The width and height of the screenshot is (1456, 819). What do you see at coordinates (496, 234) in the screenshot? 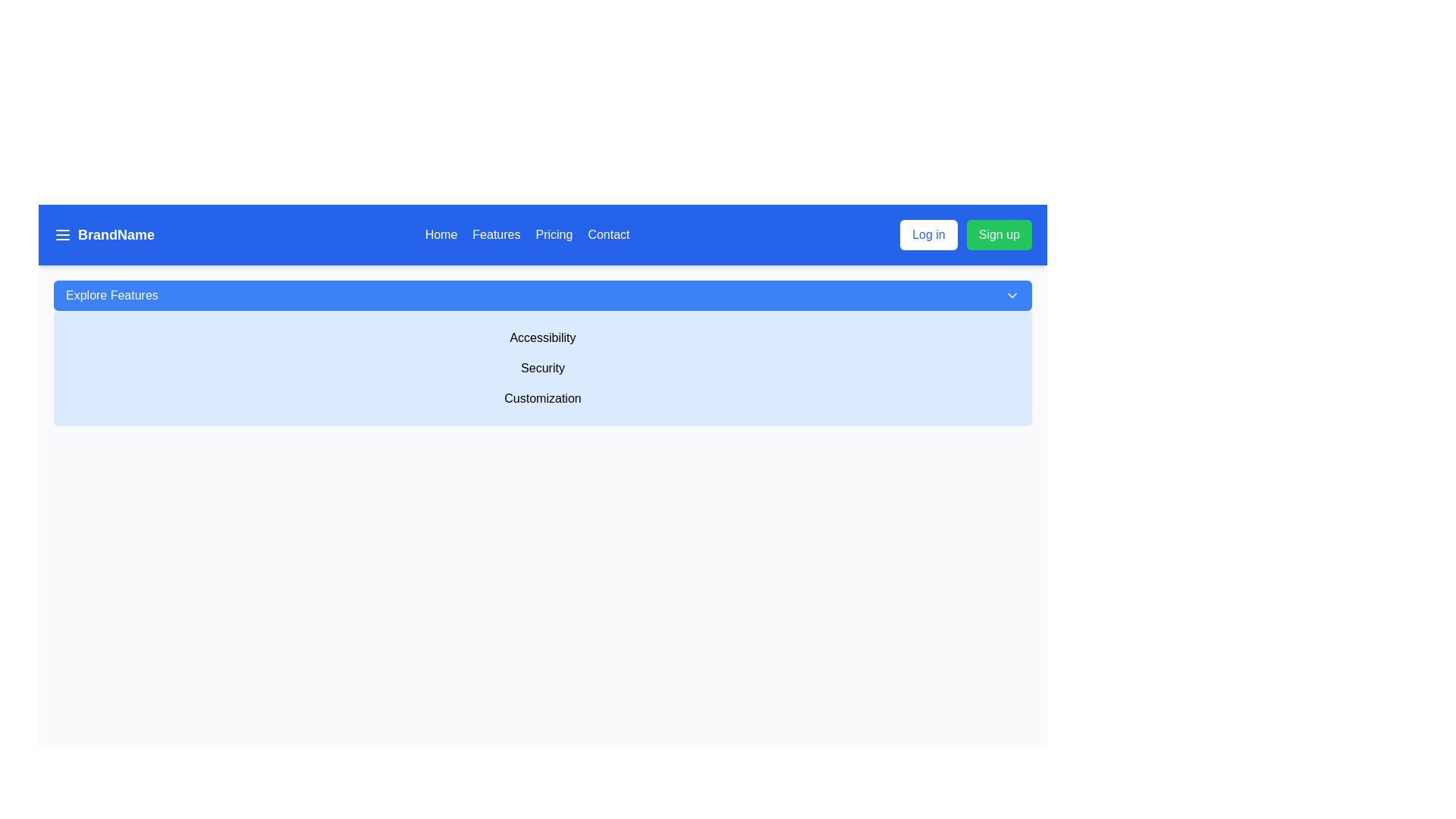
I see `the 'Features' navigation menu item, which is the second item in a horizontally aligned navigation bar styled with white text on a blue background` at bounding box center [496, 234].